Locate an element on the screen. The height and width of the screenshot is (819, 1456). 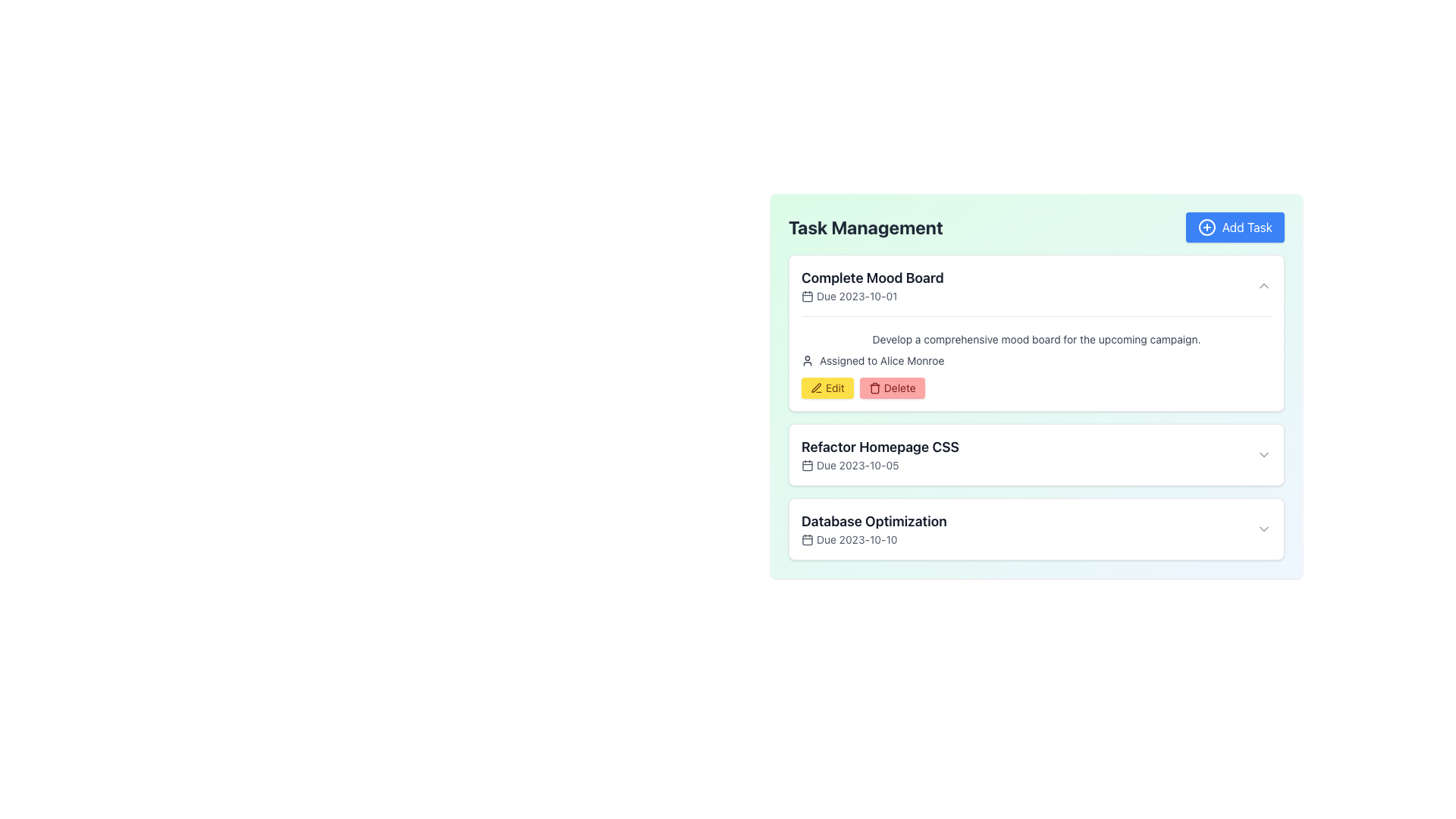
the due date text element with an accompanying icon located within the 'Refactor Homepage CSS' task card, positioned below the task title is located at coordinates (880, 464).